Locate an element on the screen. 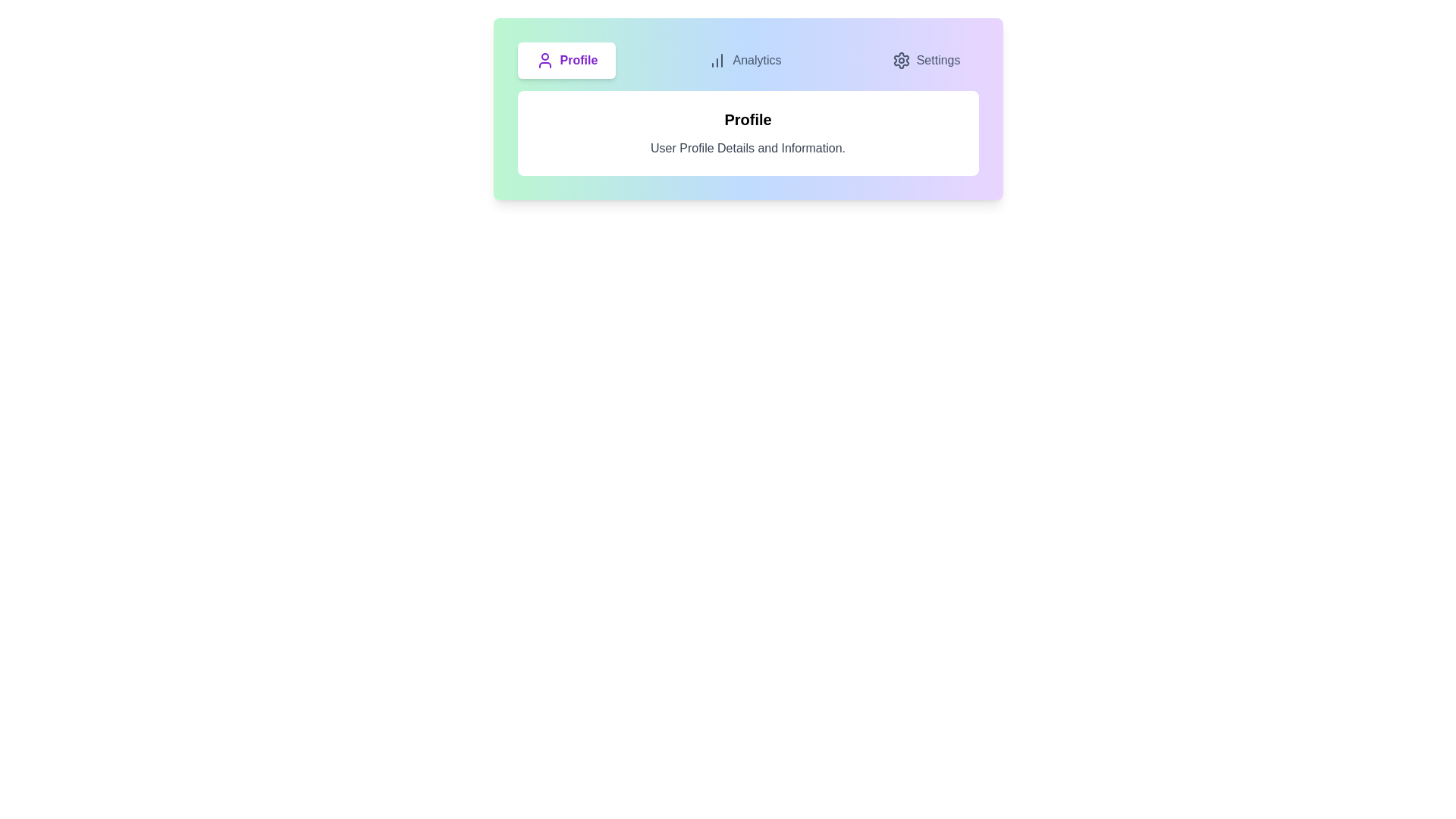 The height and width of the screenshot is (819, 1456). the Settings tab is located at coordinates (924, 60).